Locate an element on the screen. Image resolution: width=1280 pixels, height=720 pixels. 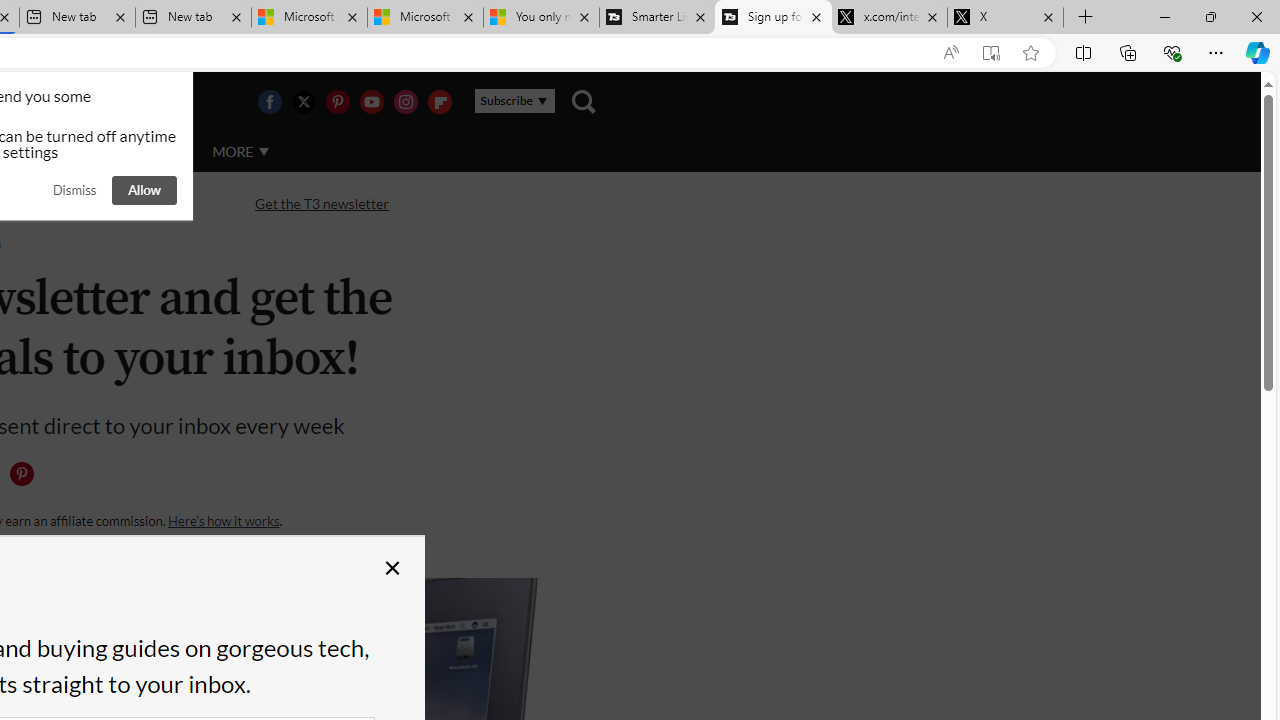
'Microsoft Start Sports' is located at coordinates (308, 17).